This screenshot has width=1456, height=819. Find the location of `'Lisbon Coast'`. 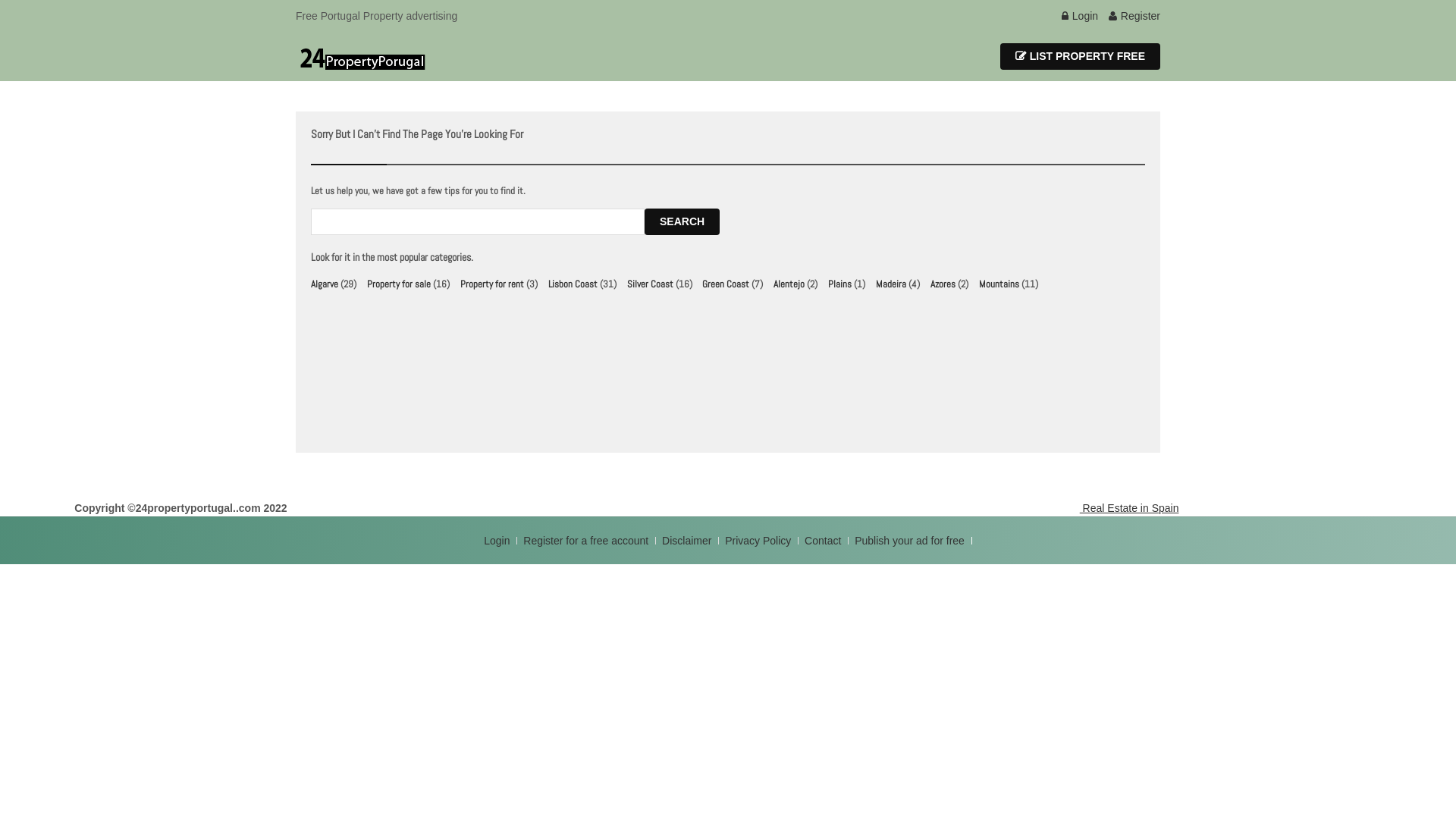

'Lisbon Coast' is located at coordinates (572, 284).